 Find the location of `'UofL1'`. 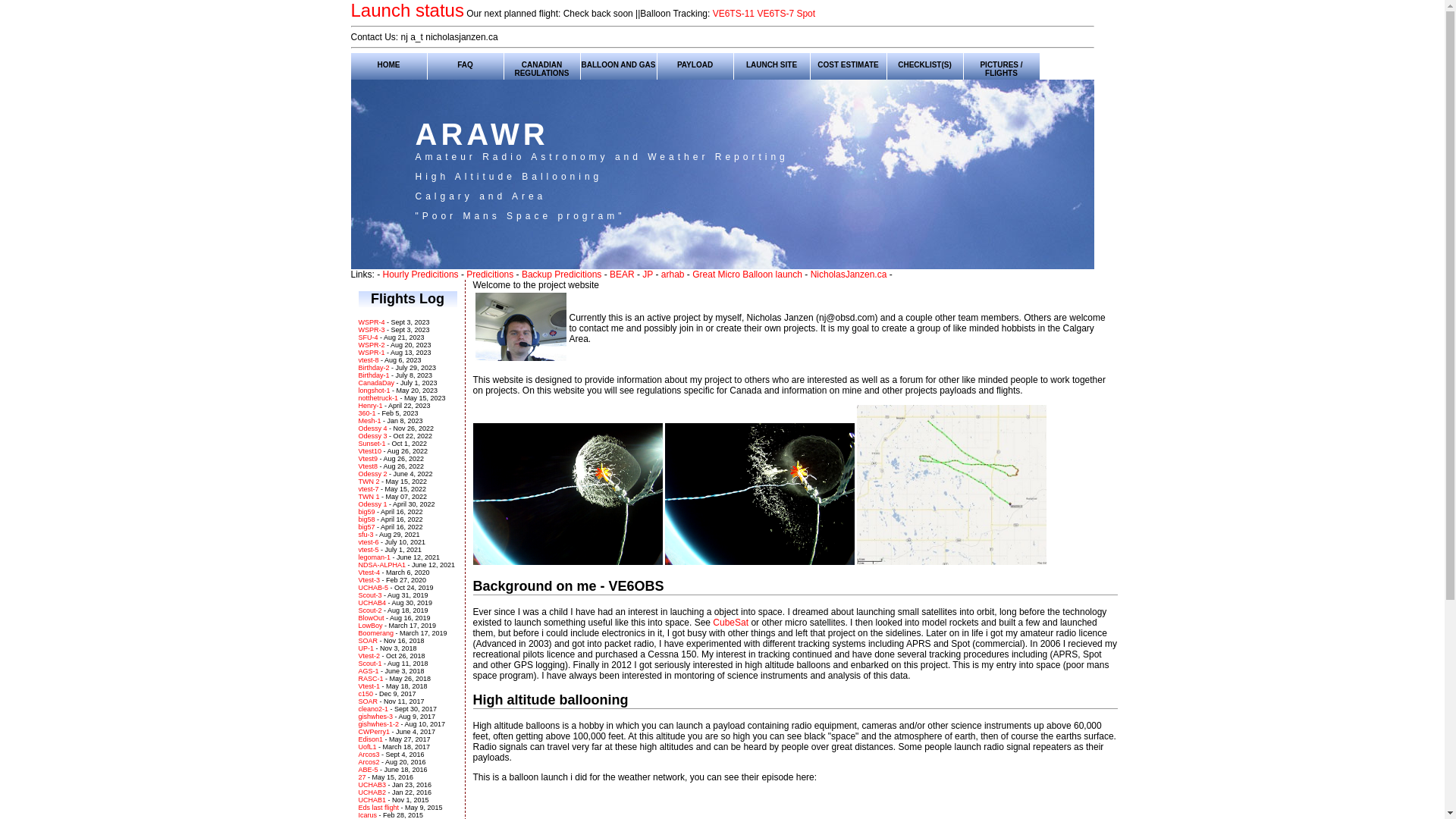

'UofL1' is located at coordinates (356, 745).